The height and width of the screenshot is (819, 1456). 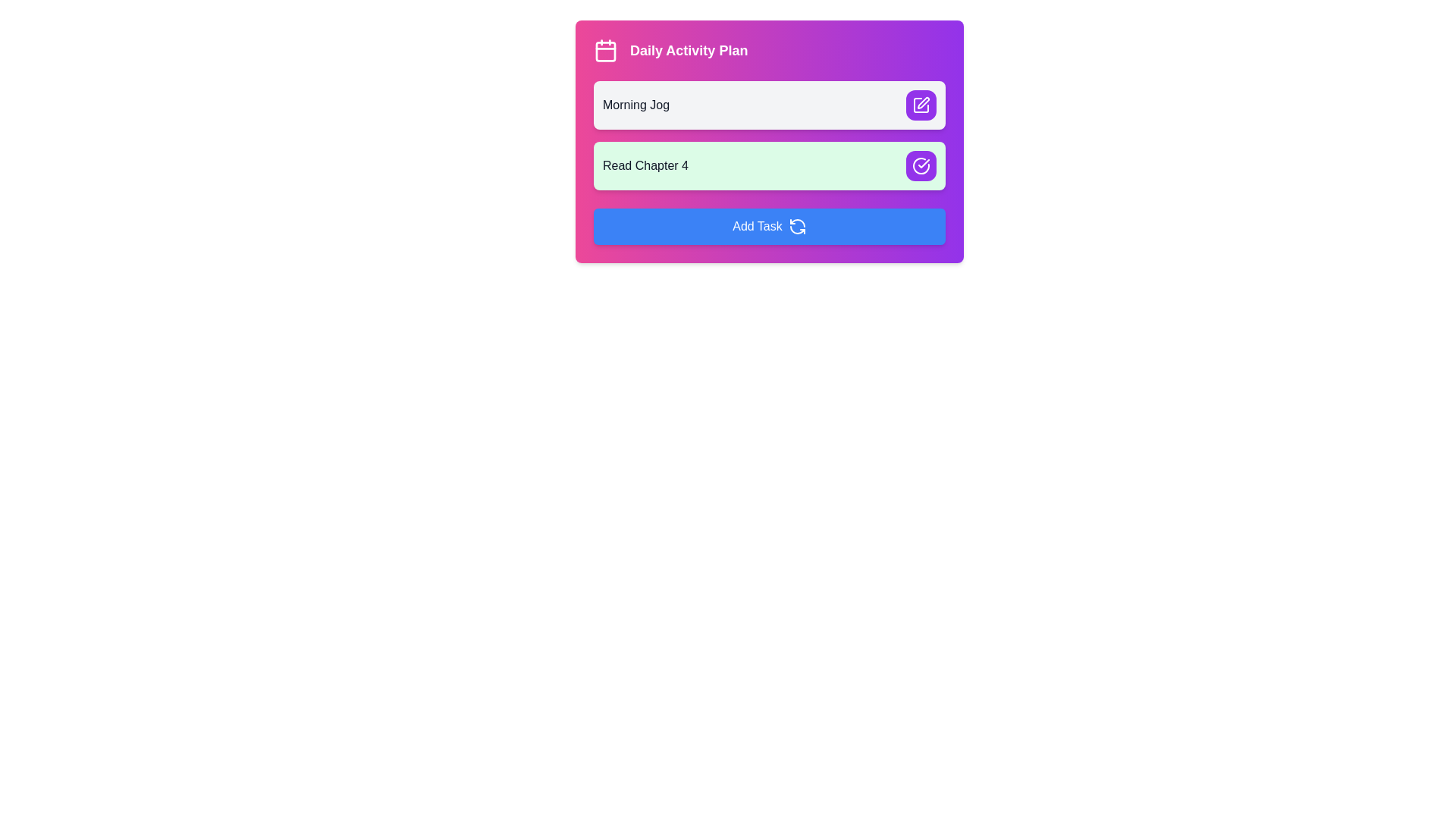 What do you see at coordinates (796, 227) in the screenshot?
I see `the circular refresh icon located within the blue 'Add Task' button` at bounding box center [796, 227].